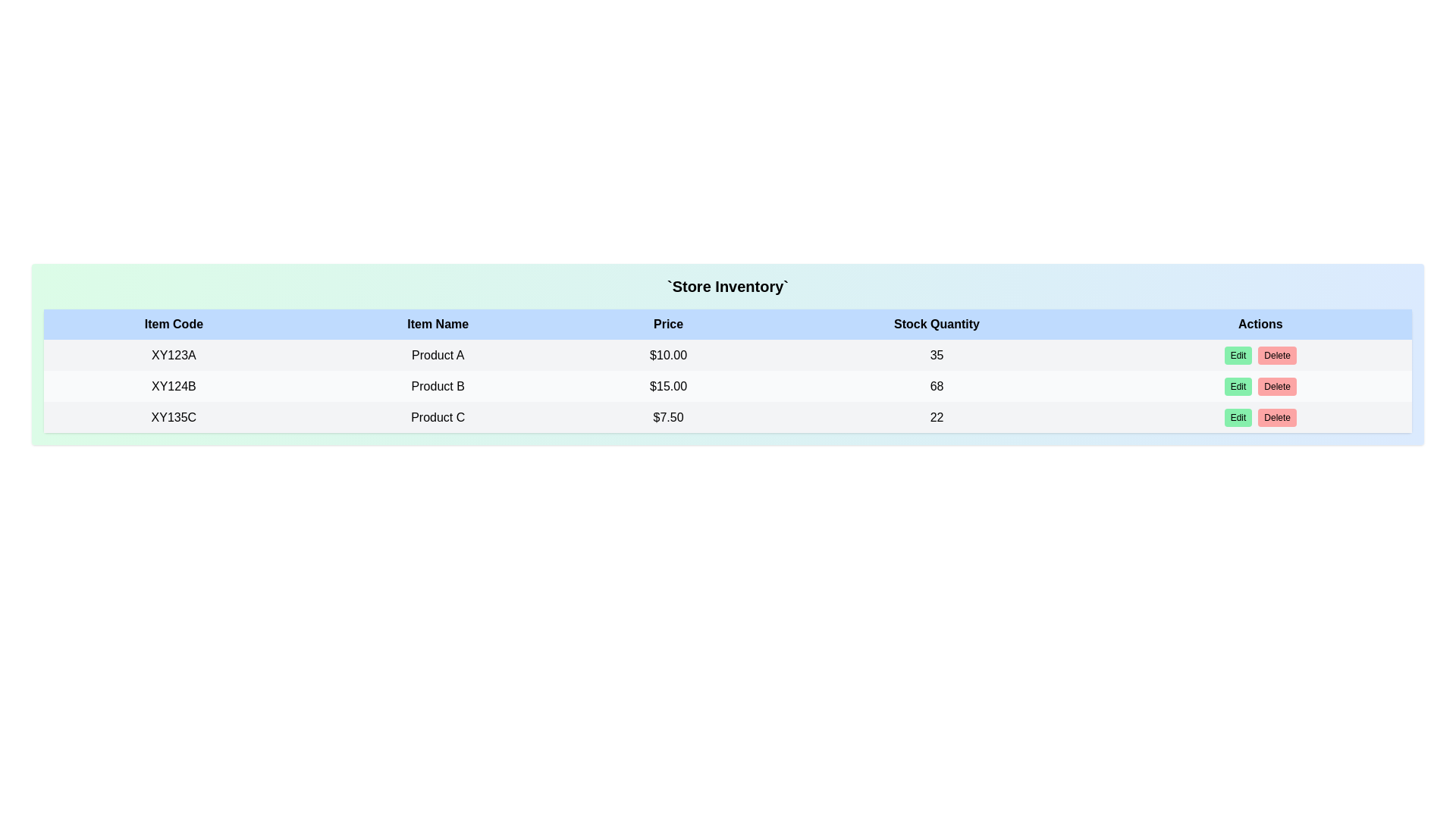  Describe the element at coordinates (437, 417) in the screenshot. I see `the text label displaying 'Product C' located in the 'Item Name' column of the table, specifically in the row corresponding to item code 'XY135C'` at that location.